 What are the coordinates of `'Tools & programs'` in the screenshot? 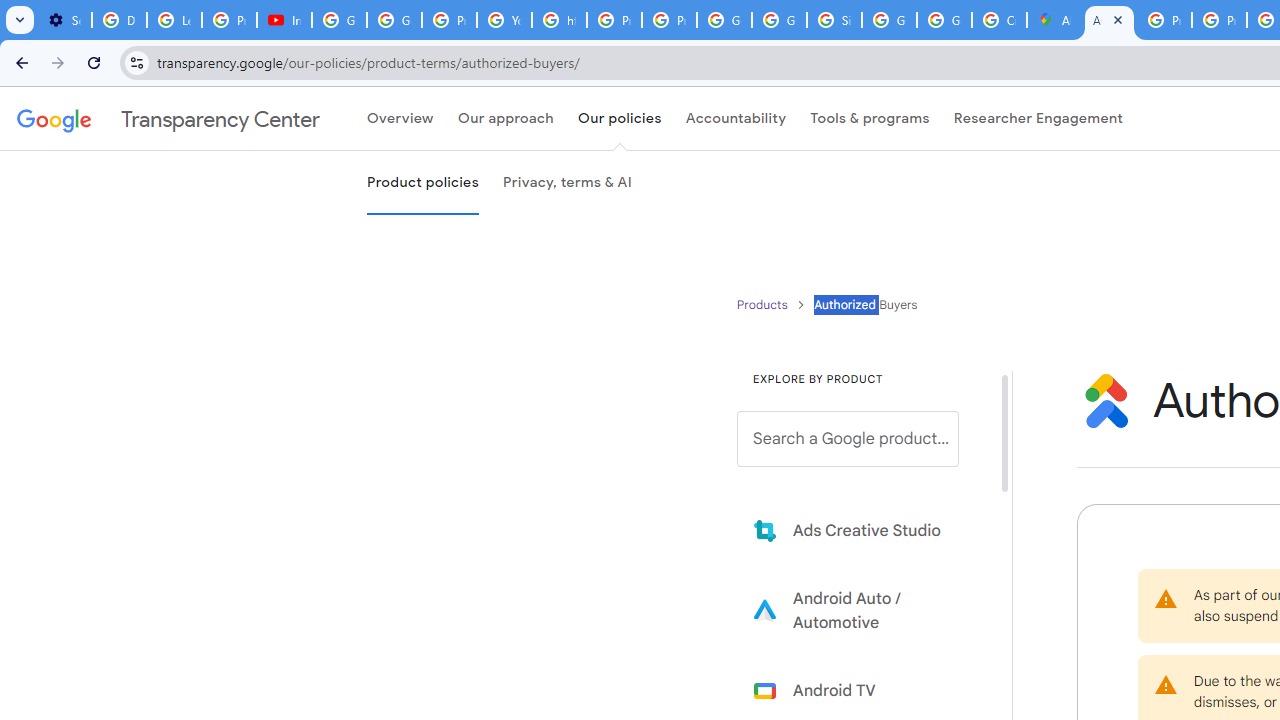 It's located at (869, 119).